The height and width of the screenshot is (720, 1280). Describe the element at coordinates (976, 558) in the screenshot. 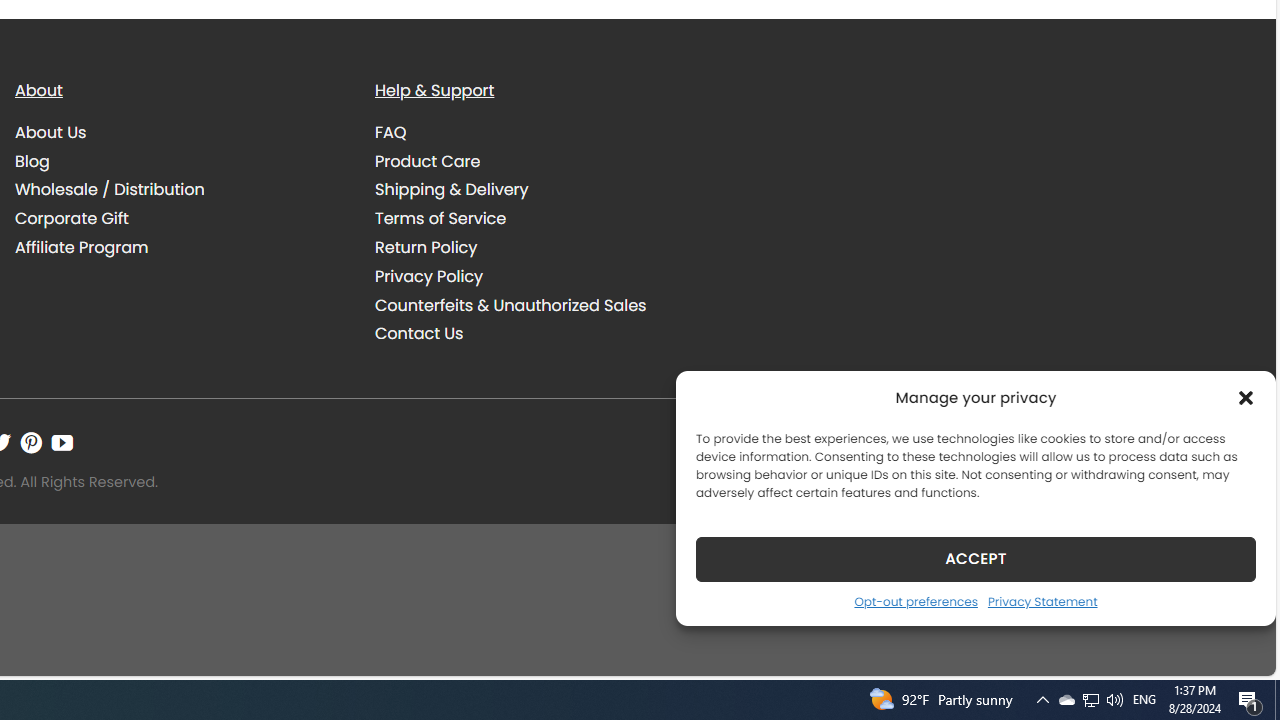

I see `'ACCEPT'` at that location.